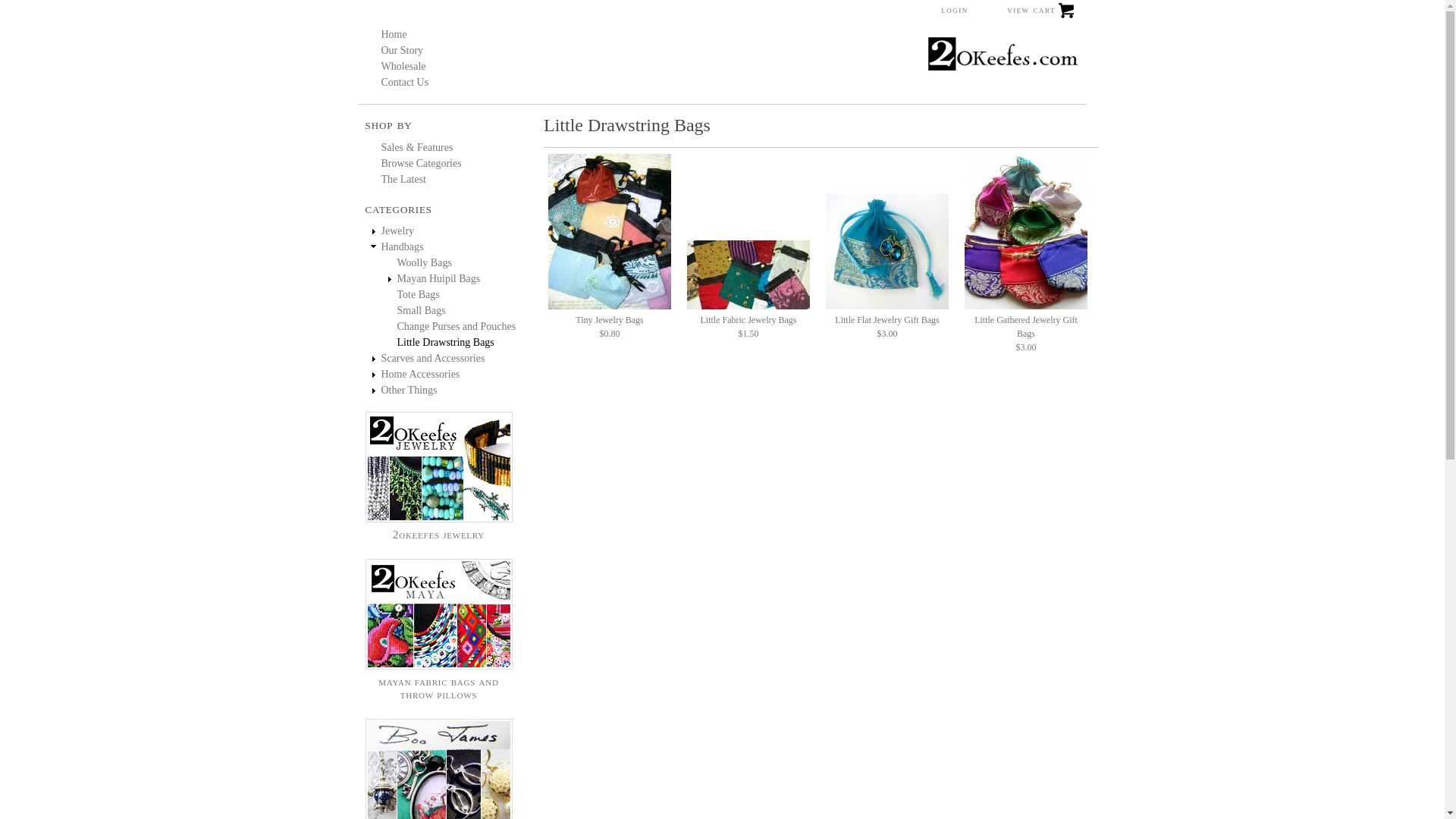 The width and height of the screenshot is (1456, 819). What do you see at coordinates (397, 231) in the screenshot?
I see `'Jewelry'` at bounding box center [397, 231].